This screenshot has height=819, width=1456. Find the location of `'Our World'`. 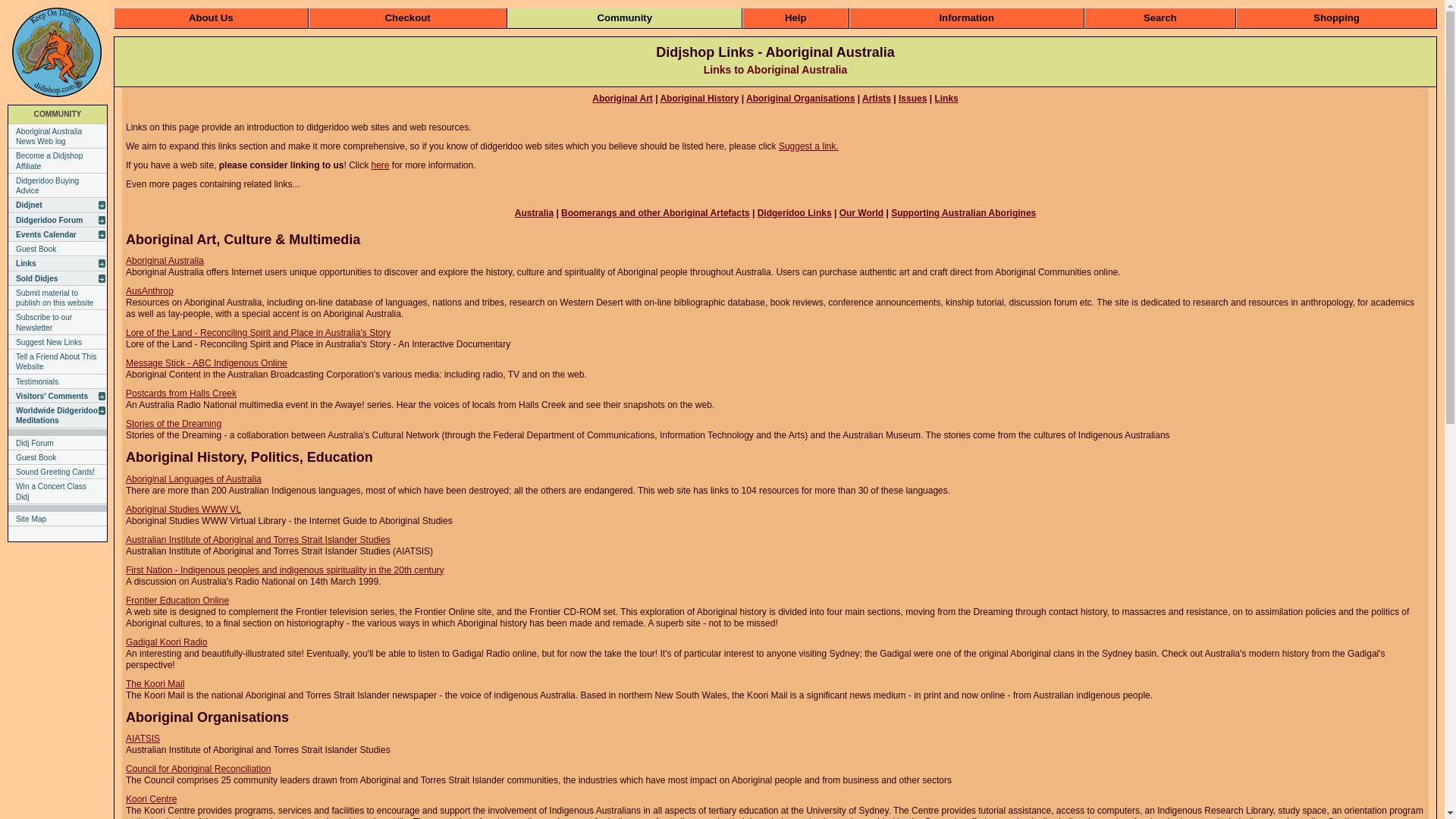

'Our World' is located at coordinates (861, 213).